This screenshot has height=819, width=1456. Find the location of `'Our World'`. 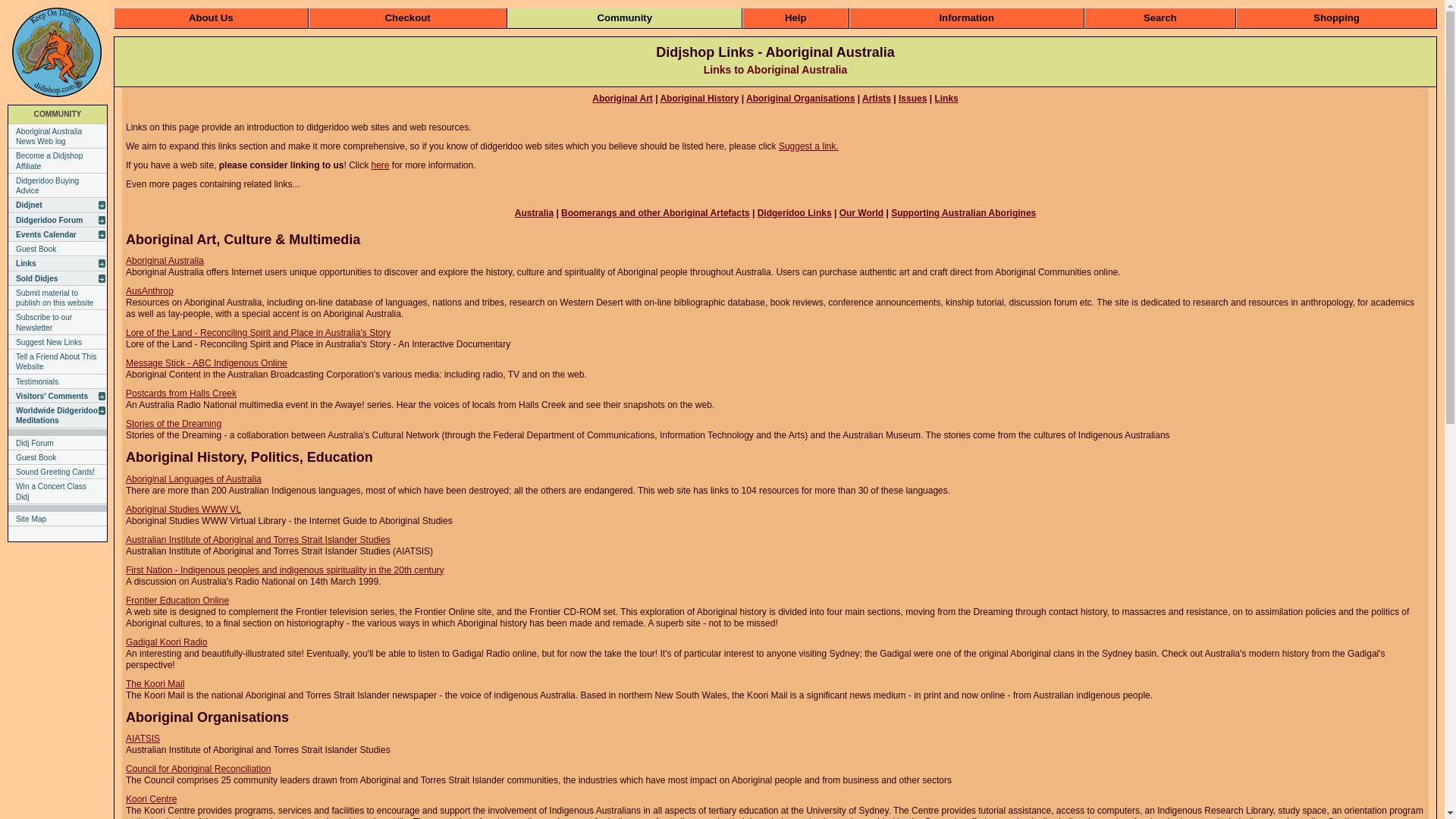

'Our World' is located at coordinates (861, 213).